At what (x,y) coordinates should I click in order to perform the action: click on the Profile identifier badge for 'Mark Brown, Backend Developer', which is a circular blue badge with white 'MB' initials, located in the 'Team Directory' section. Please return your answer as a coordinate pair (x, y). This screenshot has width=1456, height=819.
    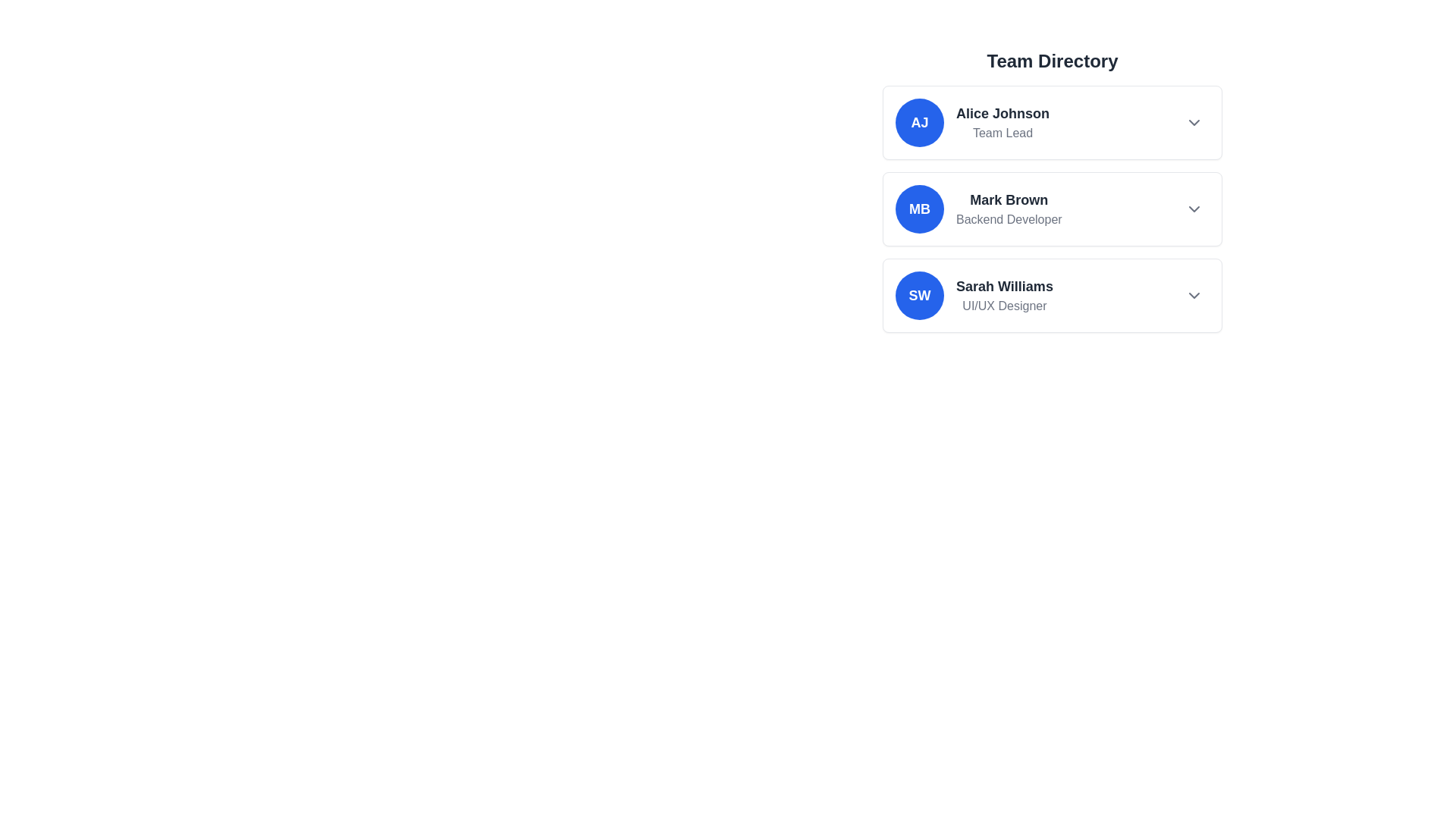
    Looking at the image, I should click on (919, 209).